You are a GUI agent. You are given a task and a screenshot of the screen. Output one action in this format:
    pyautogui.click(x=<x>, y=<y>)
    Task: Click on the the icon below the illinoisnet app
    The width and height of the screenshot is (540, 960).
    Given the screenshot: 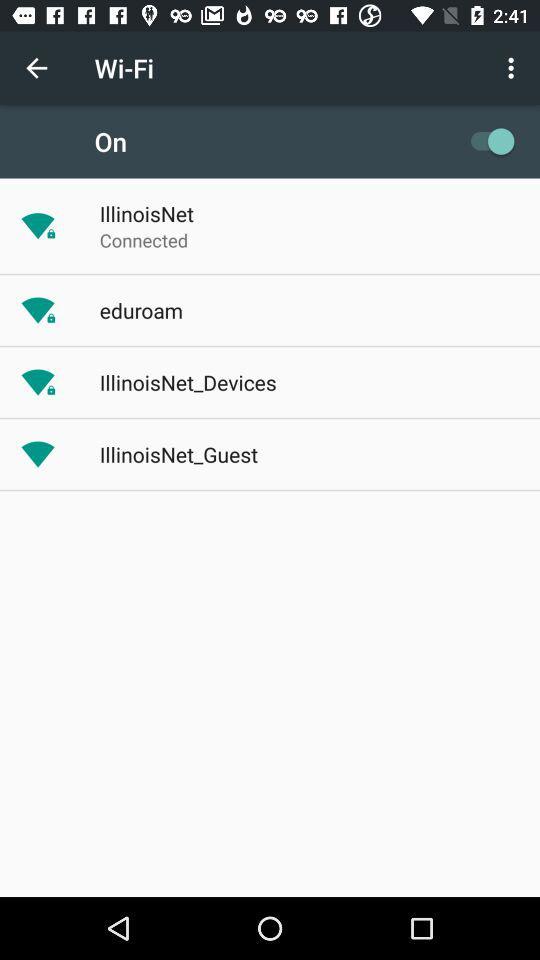 What is the action you would take?
    pyautogui.click(x=143, y=240)
    